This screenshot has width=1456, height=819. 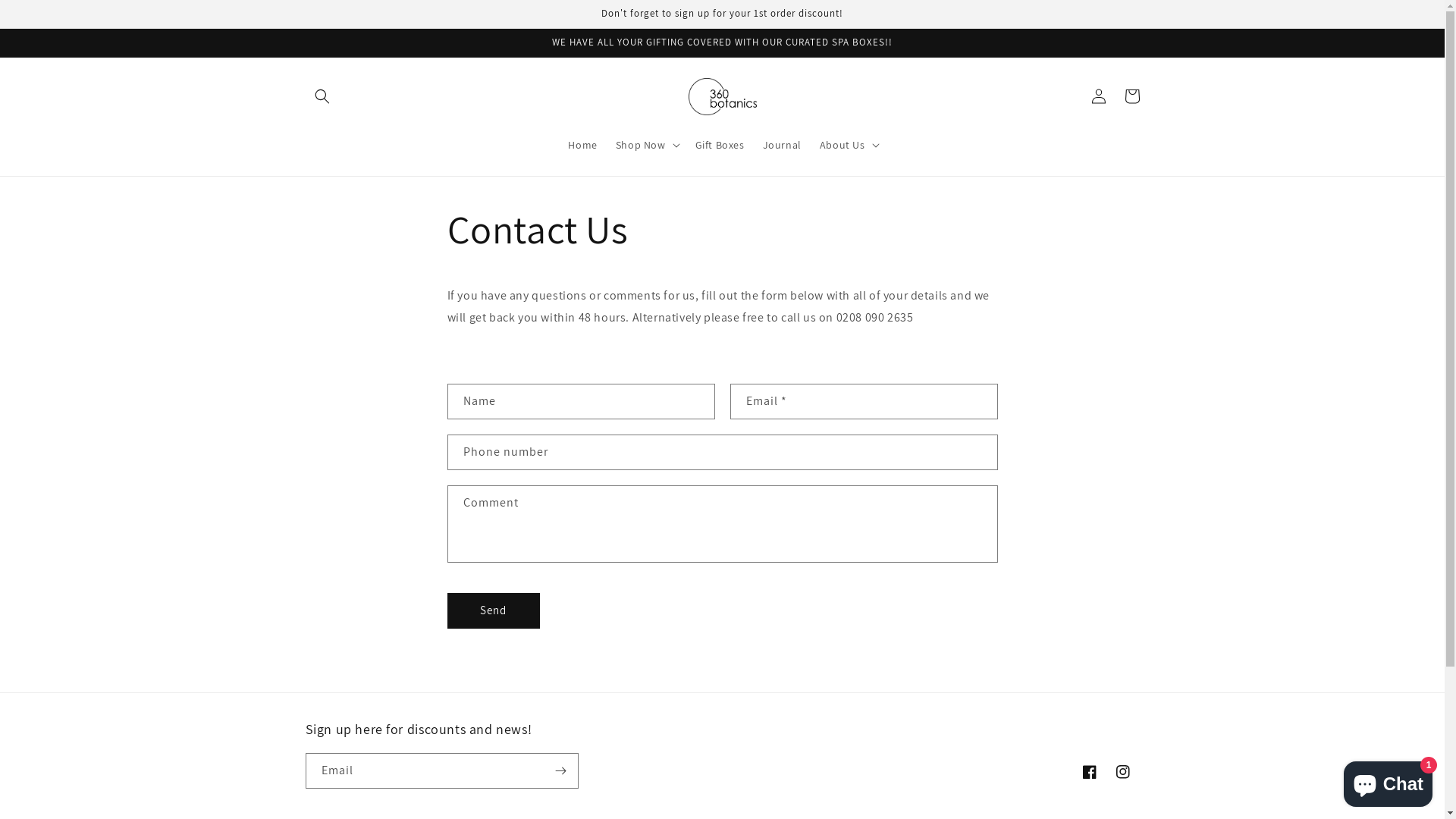 What do you see at coordinates (582, 145) in the screenshot?
I see `'Home'` at bounding box center [582, 145].